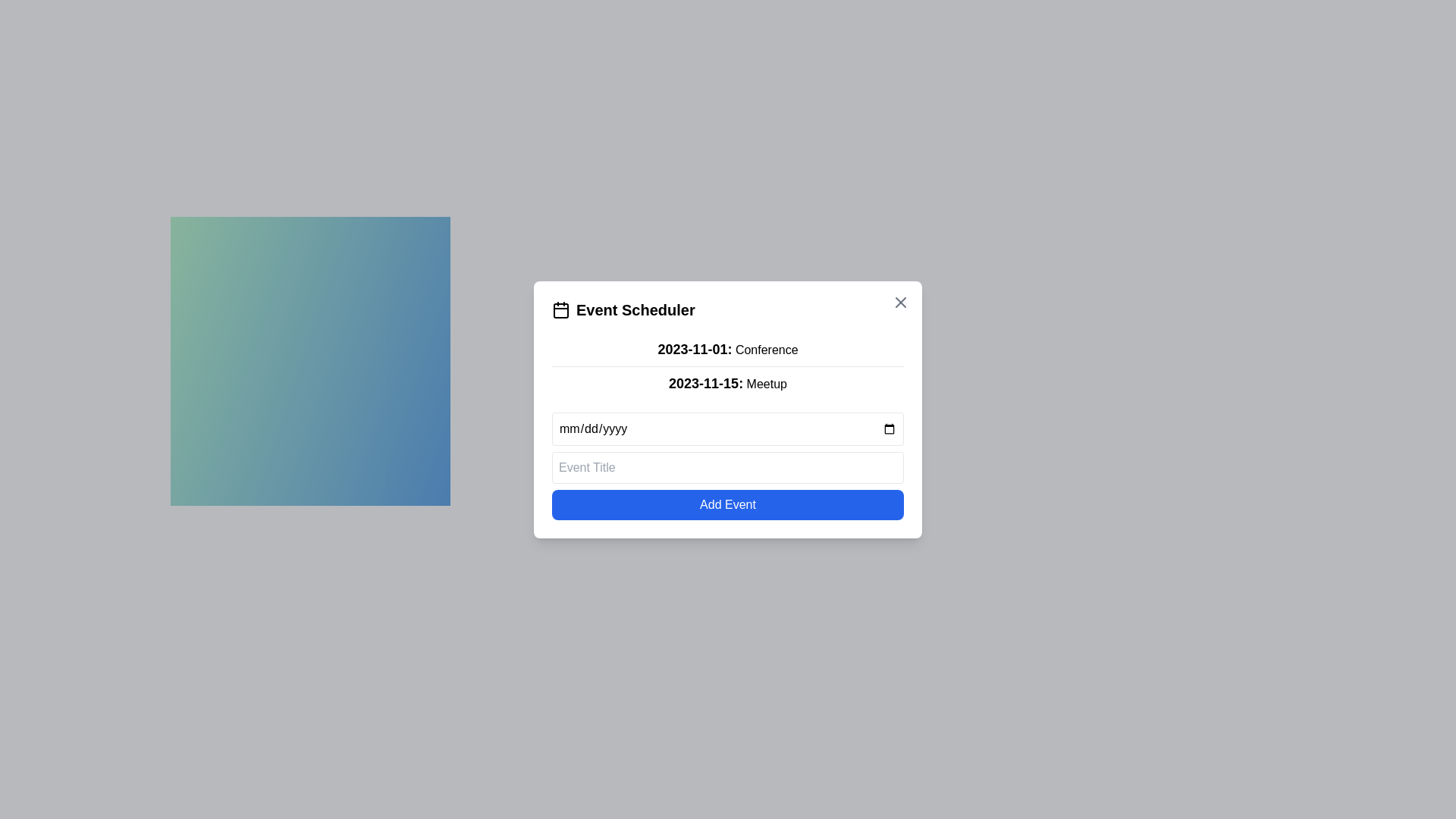  Describe the element at coordinates (728, 382) in the screenshot. I see `the static text label displaying the date and title of the event, which is the second item under the 'Event Scheduler' header` at that location.